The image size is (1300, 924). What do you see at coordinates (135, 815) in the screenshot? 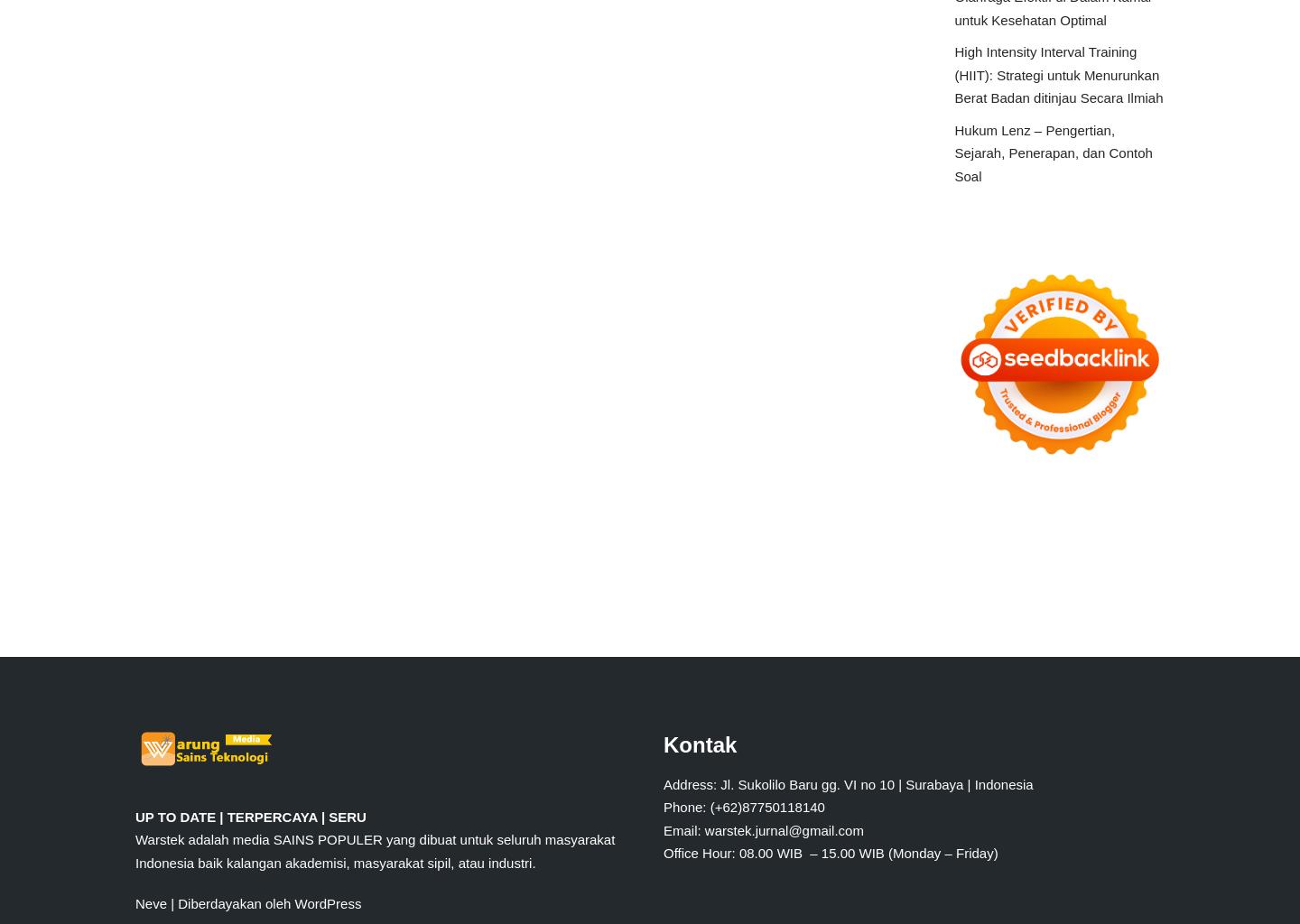
I see `'UP TO DATE | TERPERCAYA | SERU'` at bounding box center [135, 815].